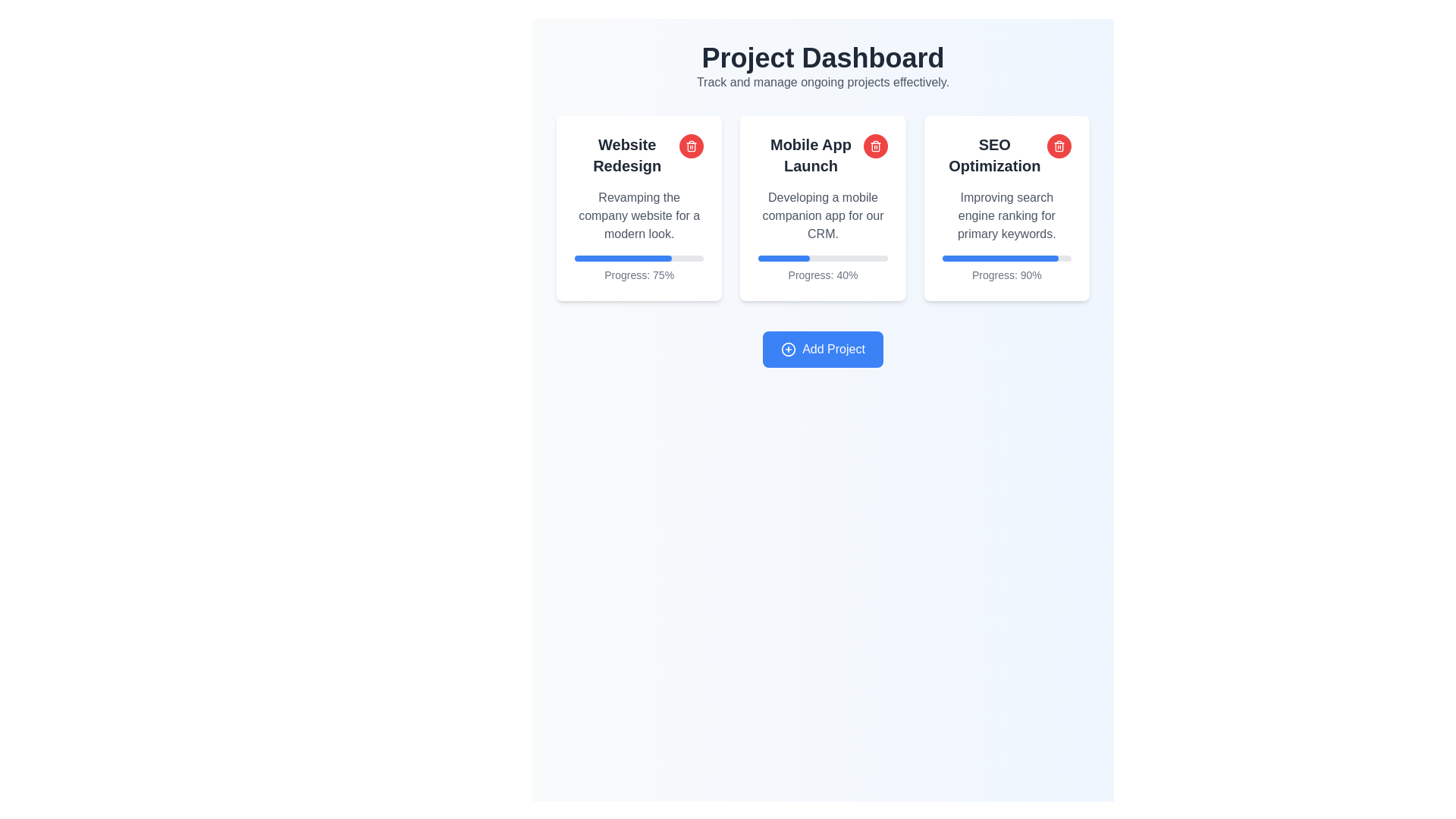 This screenshot has height=819, width=1456. Describe the element at coordinates (1006, 257) in the screenshot. I see `the completion level of the progress bar indicating 90% completion, located in the 'SEO Optimization' card on the dashboard` at that location.